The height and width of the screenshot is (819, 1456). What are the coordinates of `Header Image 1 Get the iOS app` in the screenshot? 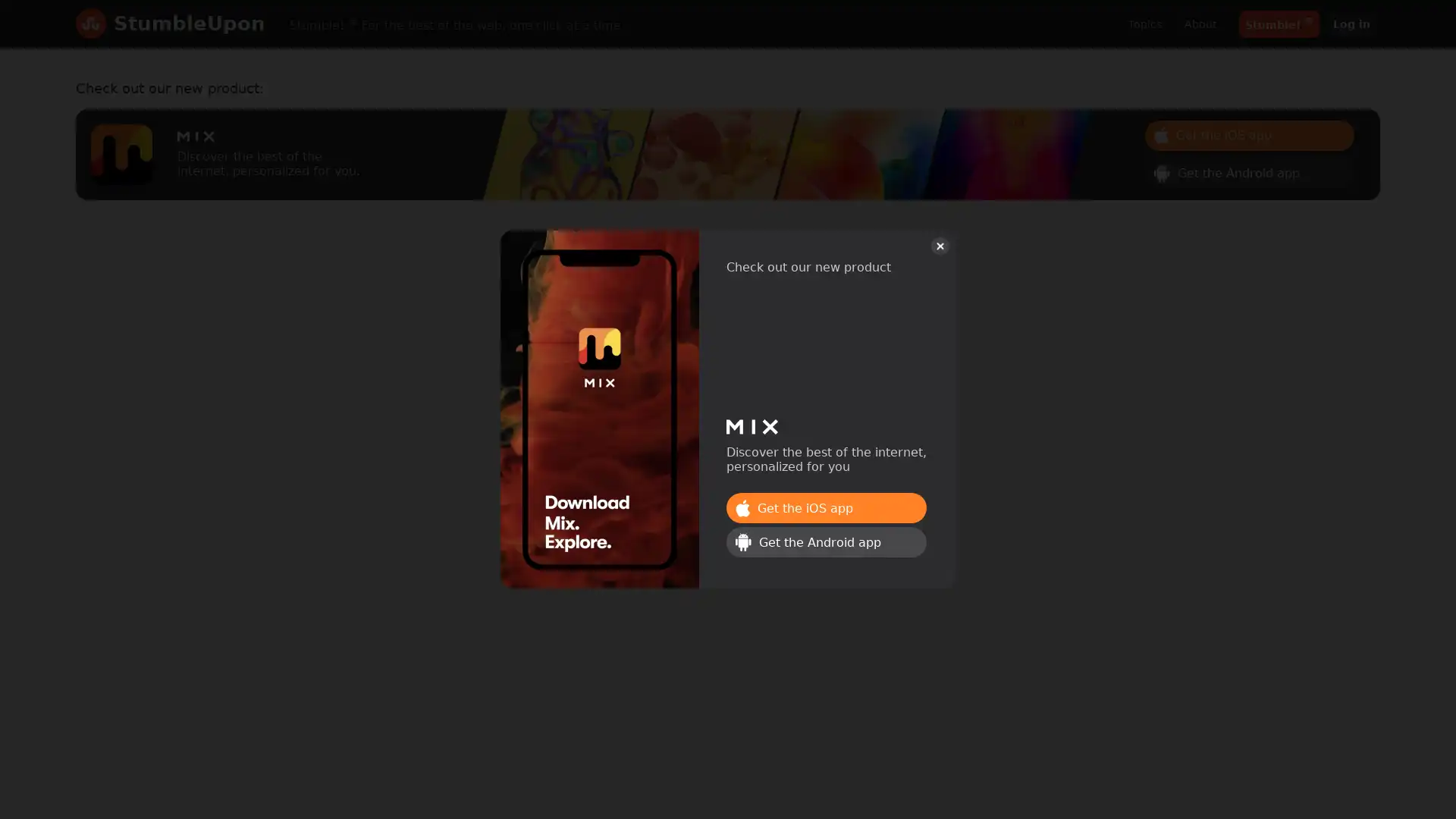 It's located at (825, 508).